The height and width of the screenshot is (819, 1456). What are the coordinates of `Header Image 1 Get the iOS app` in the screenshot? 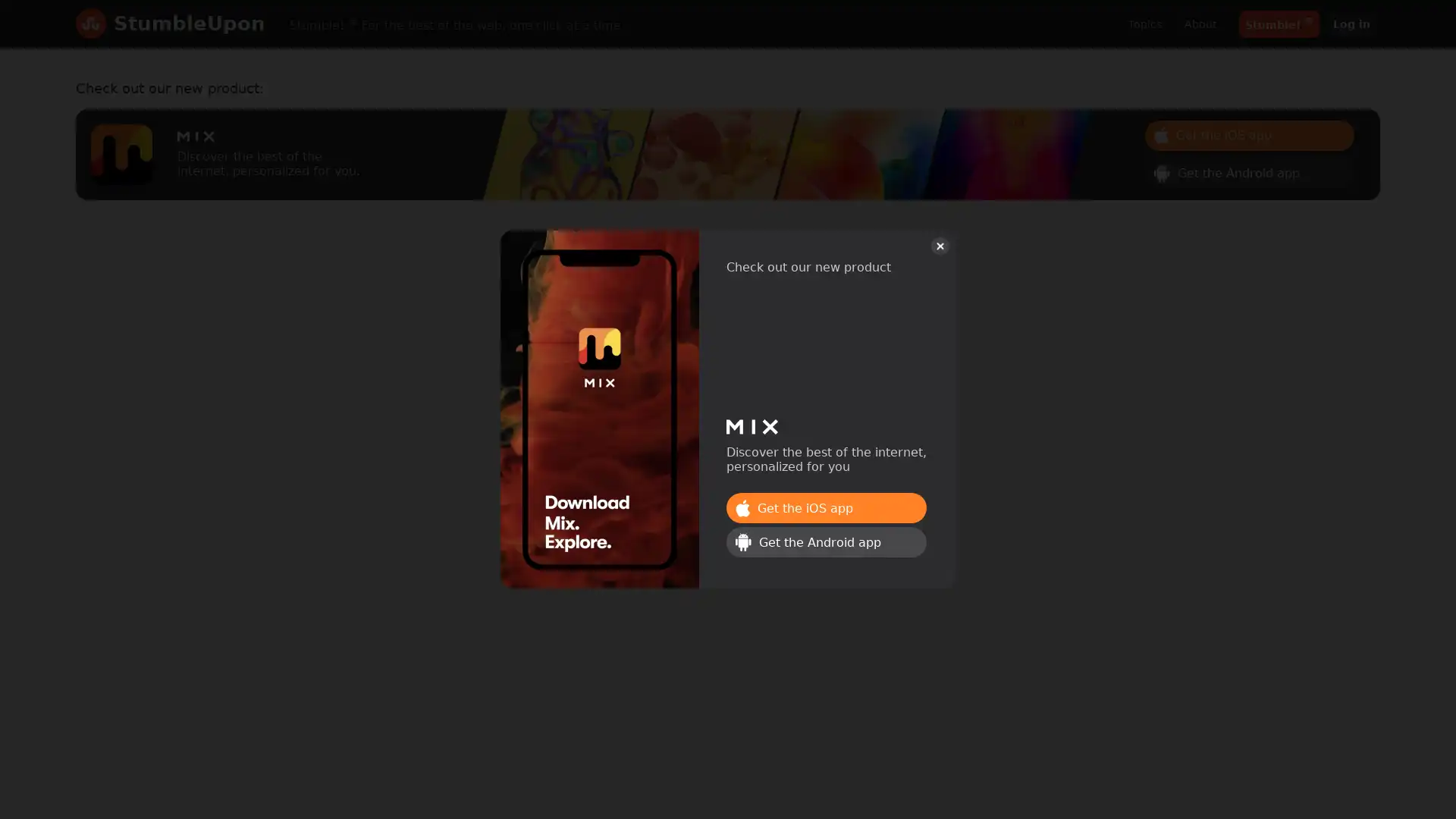 It's located at (825, 508).